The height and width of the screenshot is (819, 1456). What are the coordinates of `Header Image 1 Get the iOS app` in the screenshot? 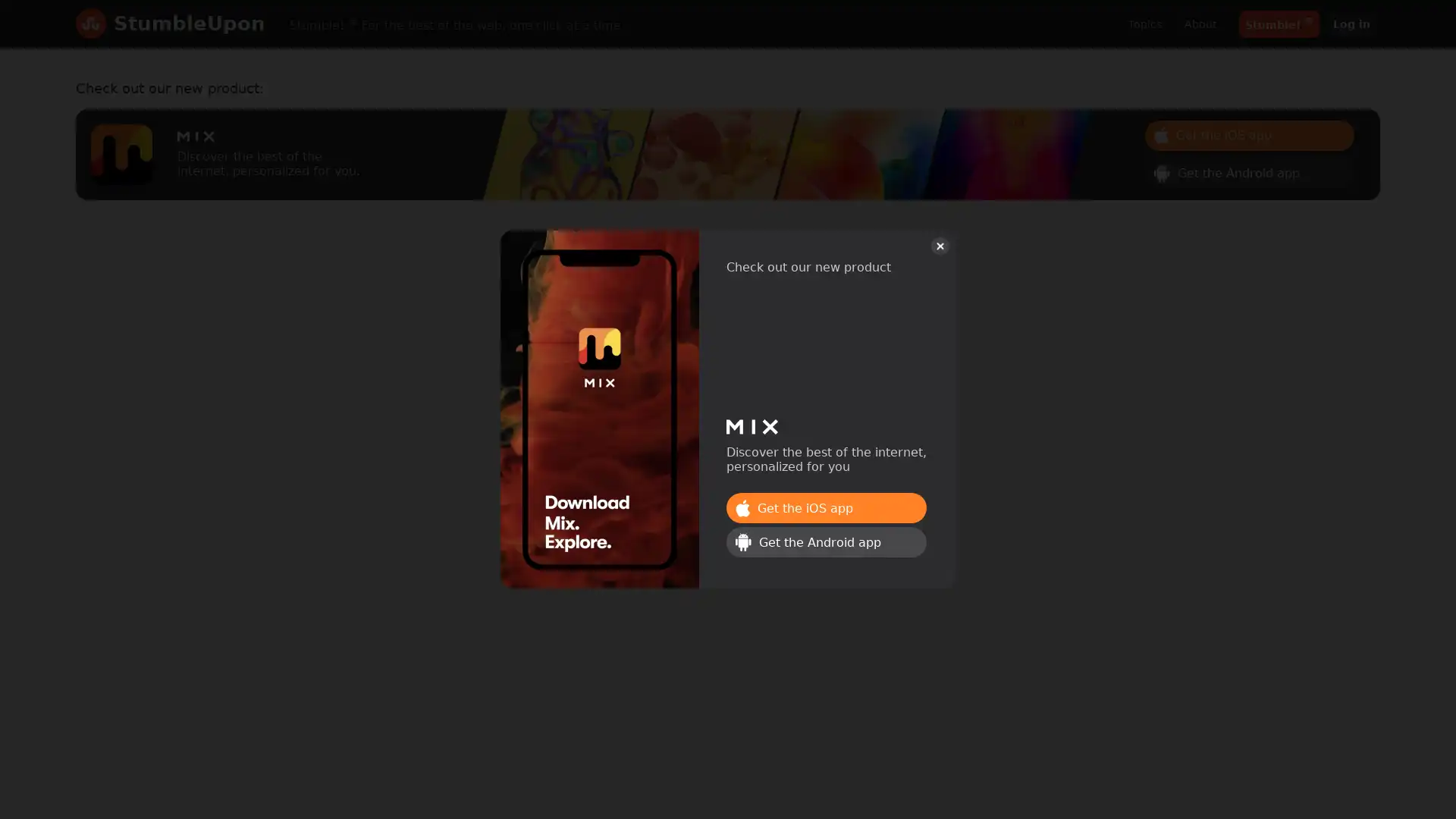 It's located at (825, 508).